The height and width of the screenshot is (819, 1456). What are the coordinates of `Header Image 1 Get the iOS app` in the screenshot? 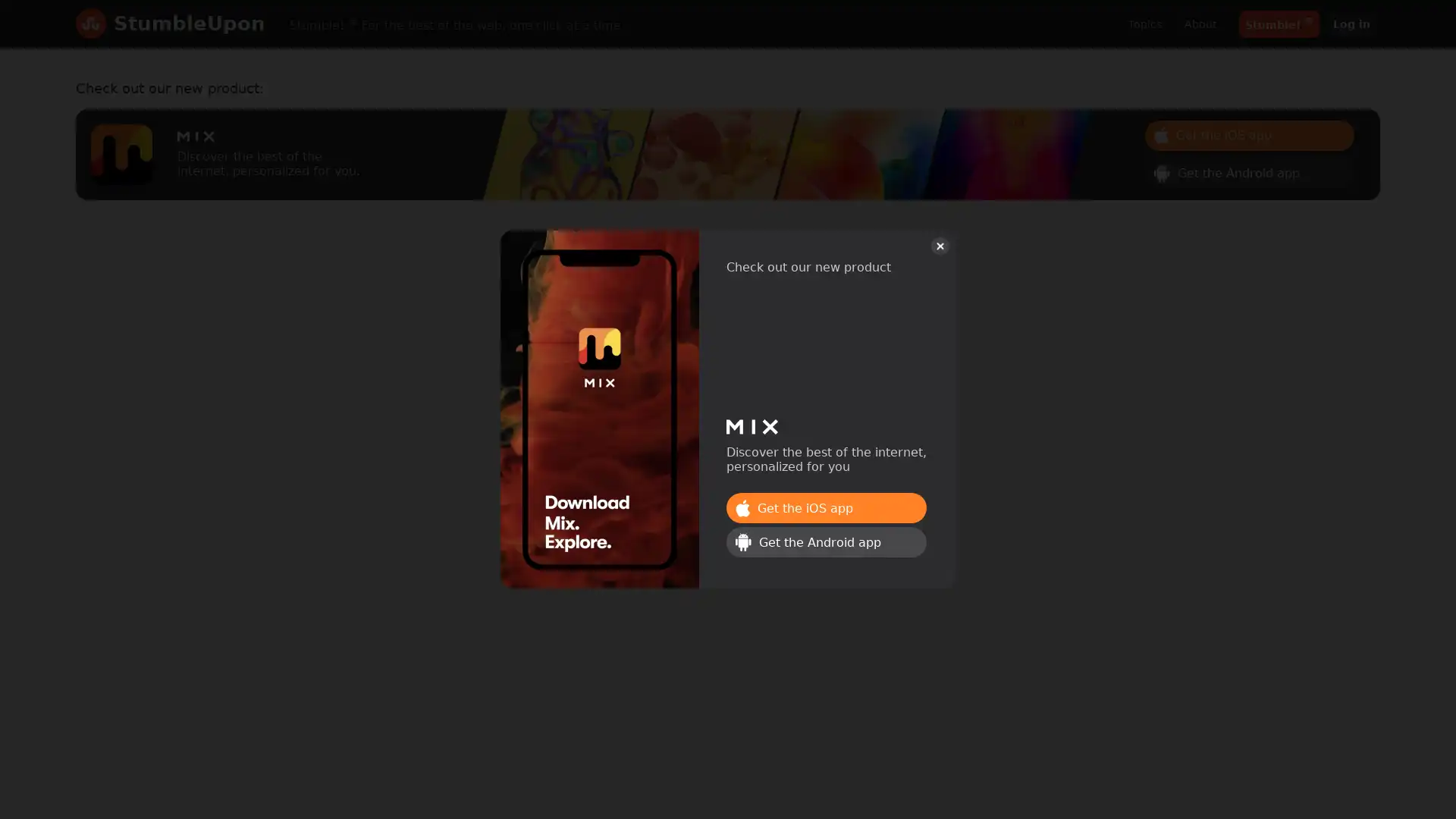 It's located at (825, 508).